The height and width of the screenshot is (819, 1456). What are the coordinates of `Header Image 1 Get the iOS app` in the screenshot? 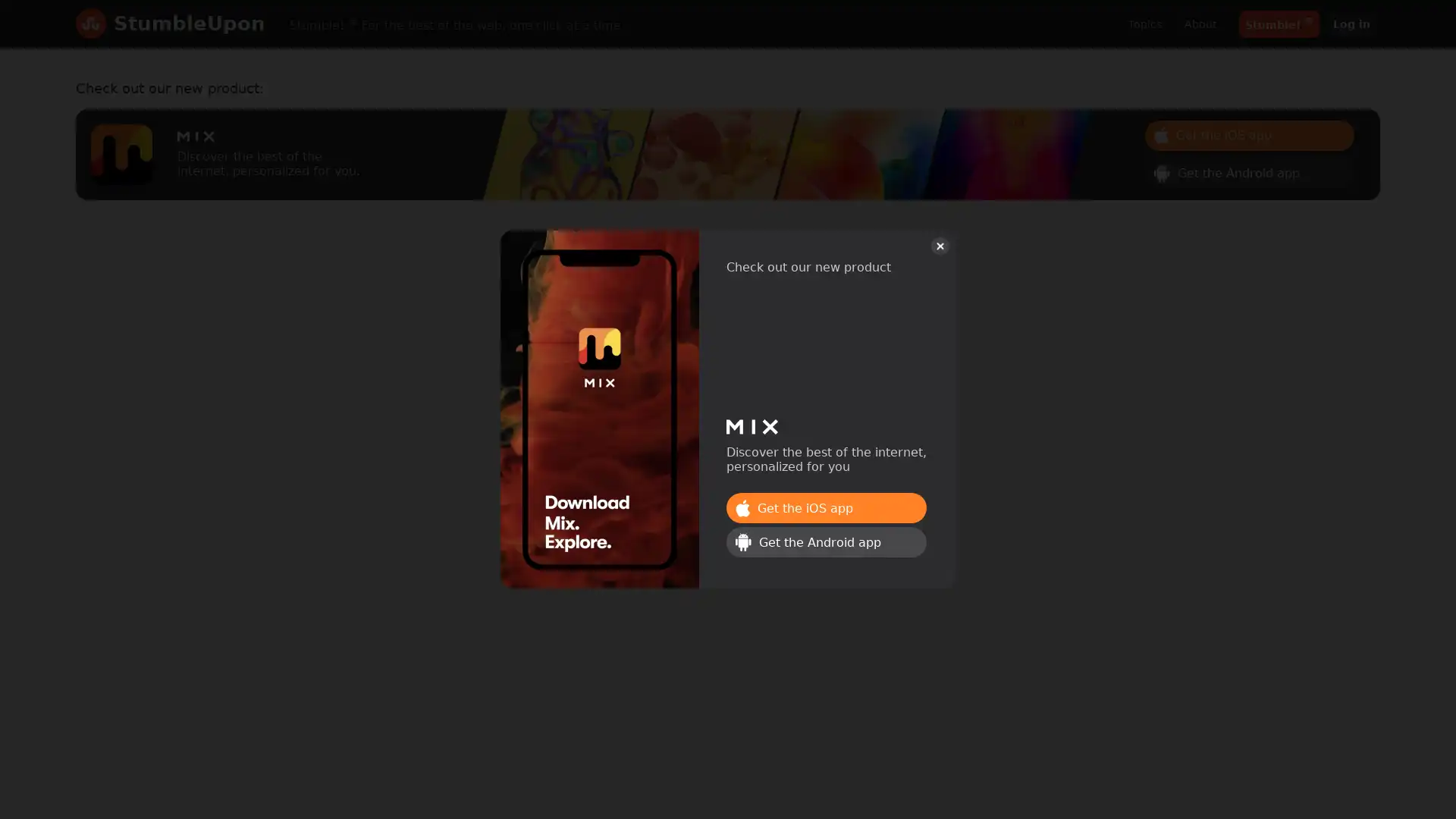 It's located at (825, 508).